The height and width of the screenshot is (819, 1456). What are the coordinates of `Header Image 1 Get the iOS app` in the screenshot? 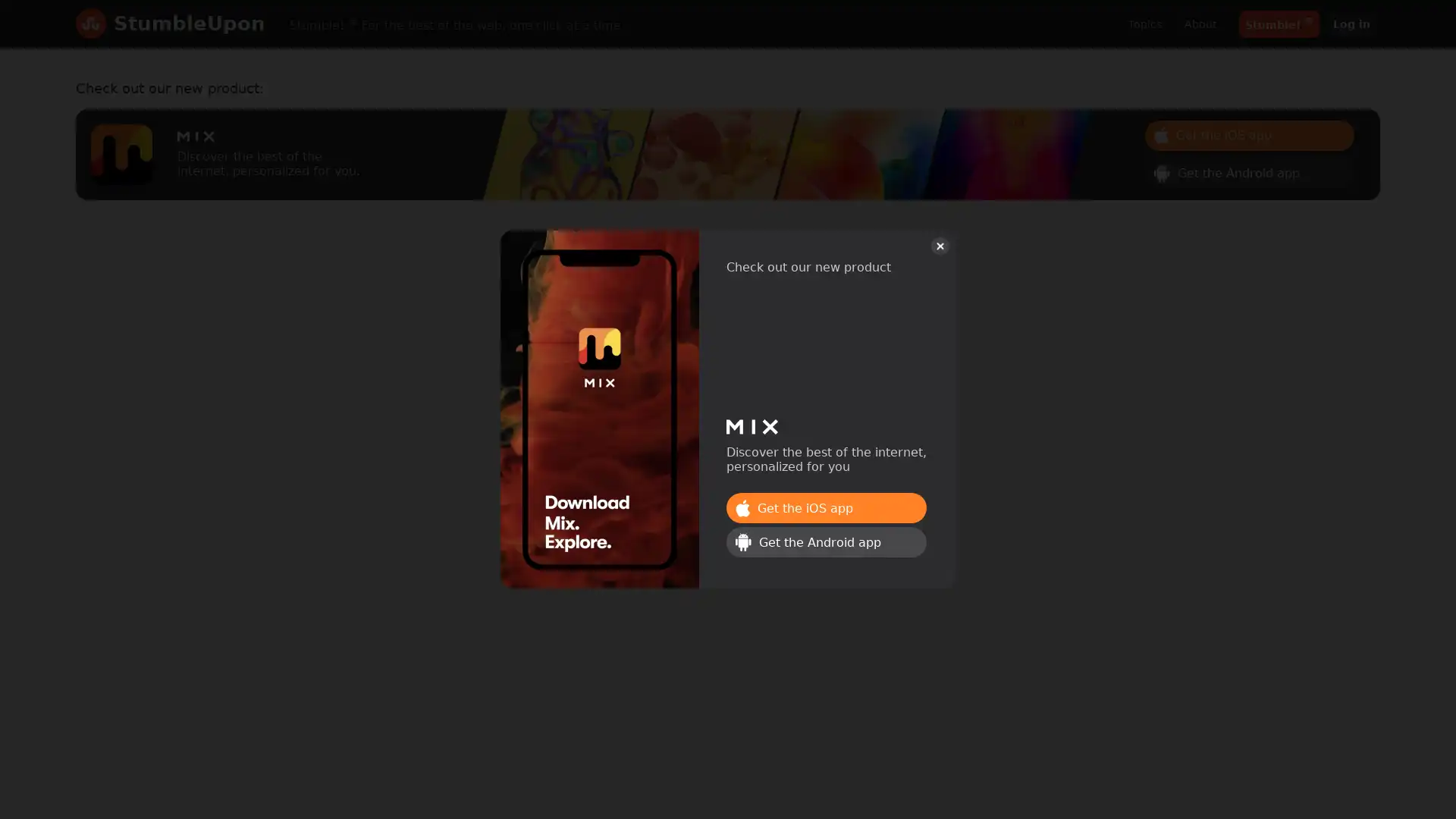 It's located at (825, 508).